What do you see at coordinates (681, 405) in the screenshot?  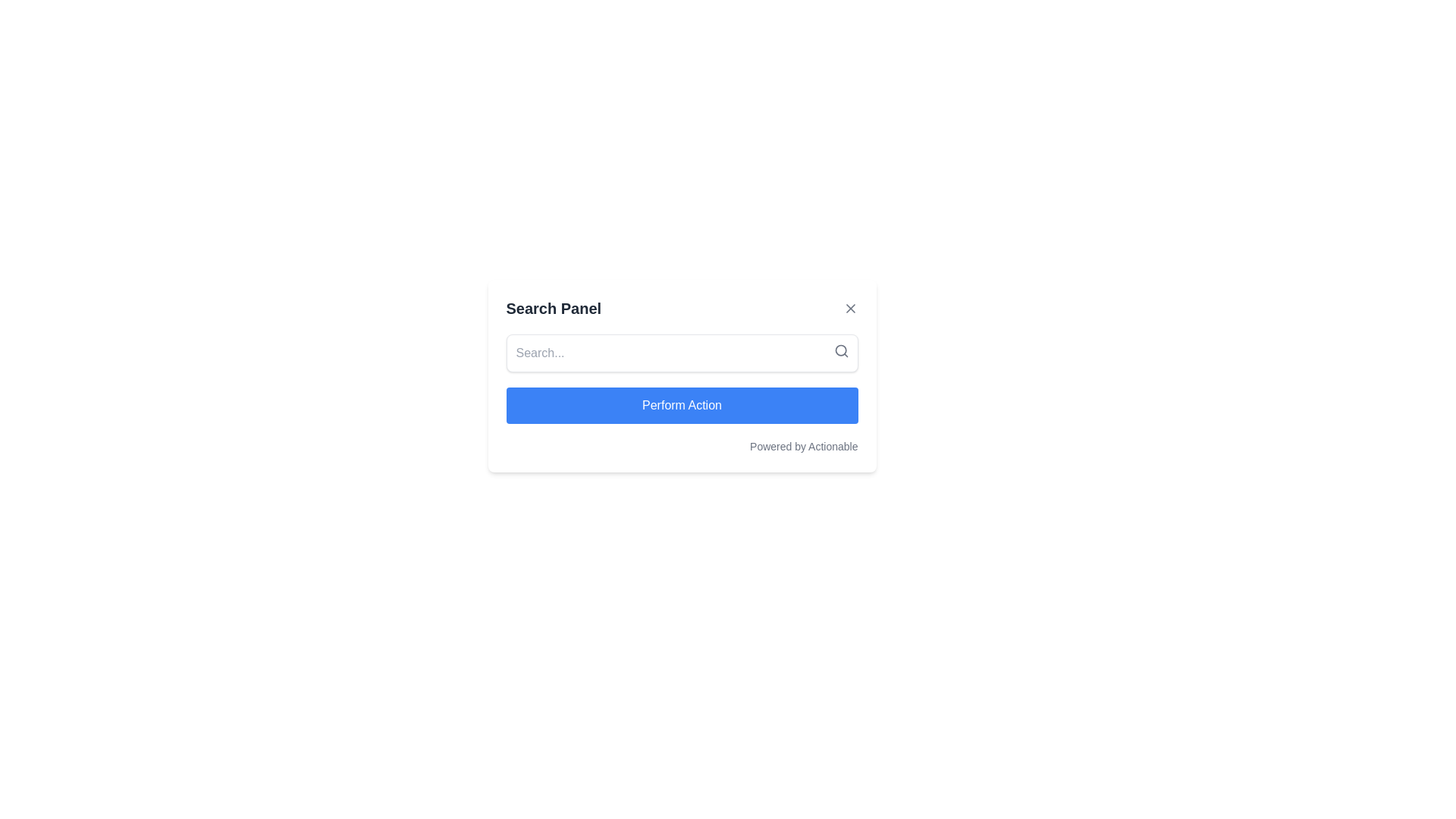 I see `the rectangular button with a blue background and white text reading 'Perform Action'` at bounding box center [681, 405].